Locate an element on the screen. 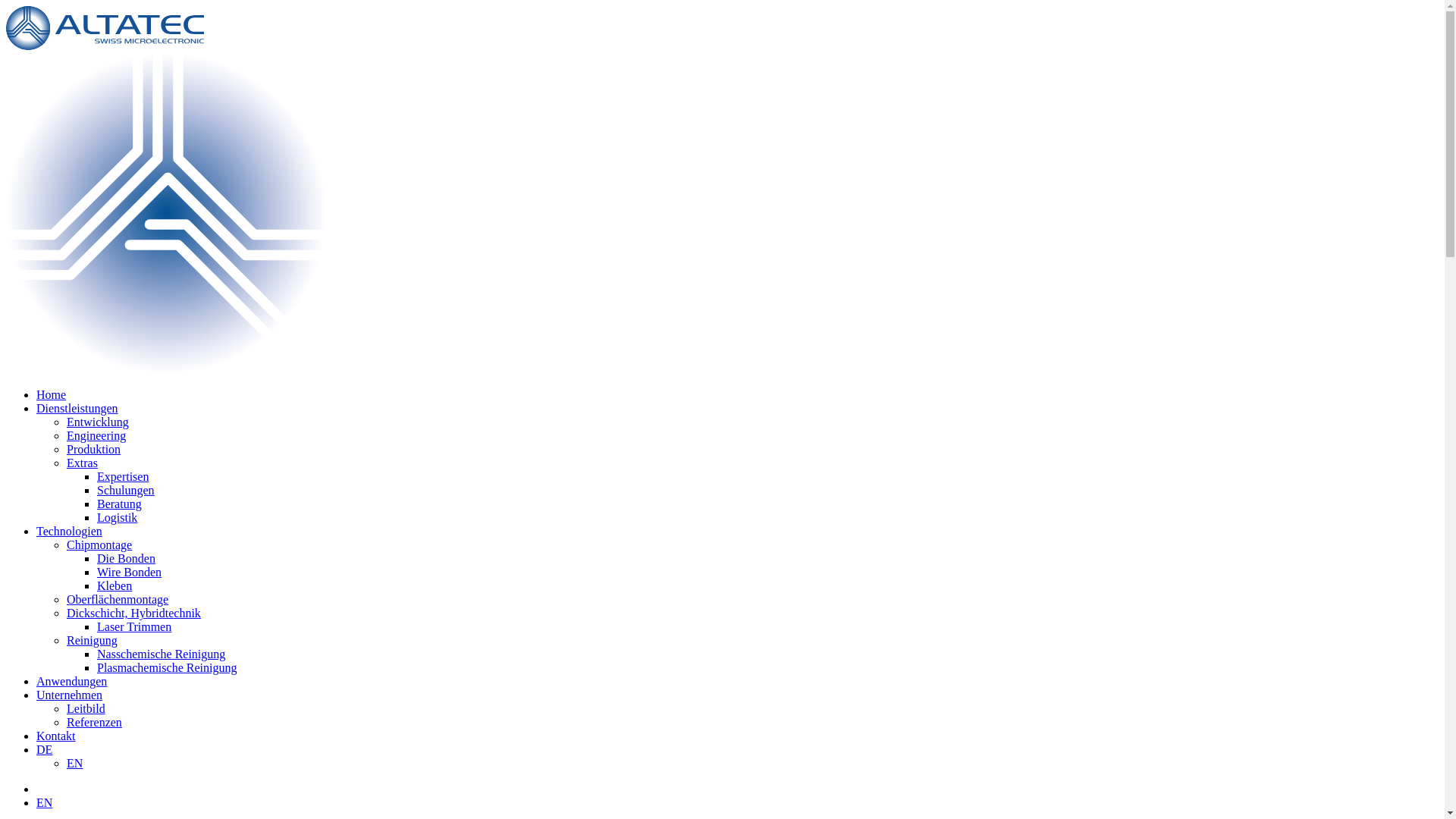  'Dienstleistungen' is located at coordinates (76, 407).